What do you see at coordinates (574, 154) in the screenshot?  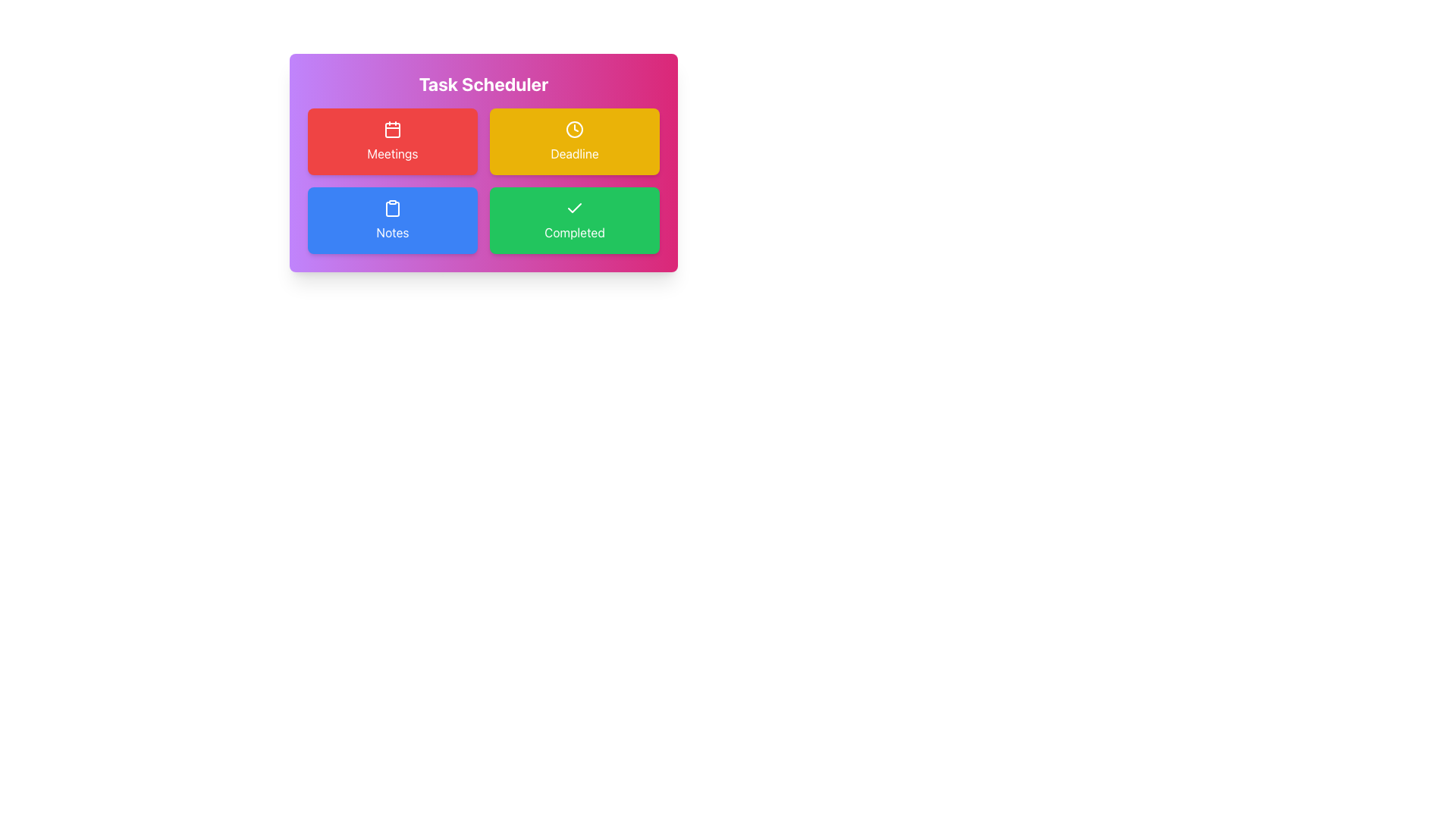 I see `text label located at the bottom center of the yellow button in the top-right of the interface, which indicates tasks related to deadlines` at bounding box center [574, 154].